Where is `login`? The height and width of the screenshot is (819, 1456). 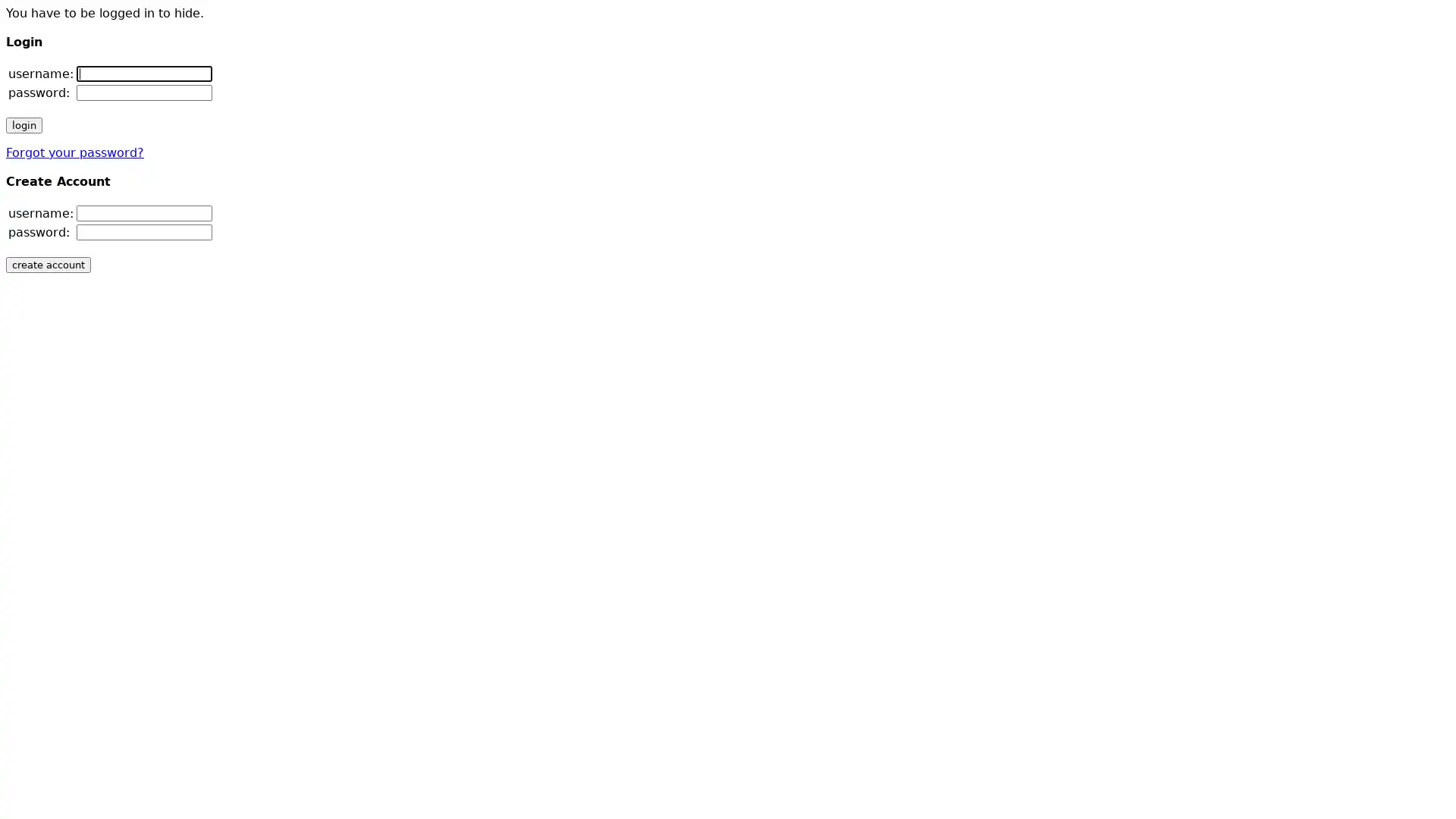
login is located at coordinates (24, 124).